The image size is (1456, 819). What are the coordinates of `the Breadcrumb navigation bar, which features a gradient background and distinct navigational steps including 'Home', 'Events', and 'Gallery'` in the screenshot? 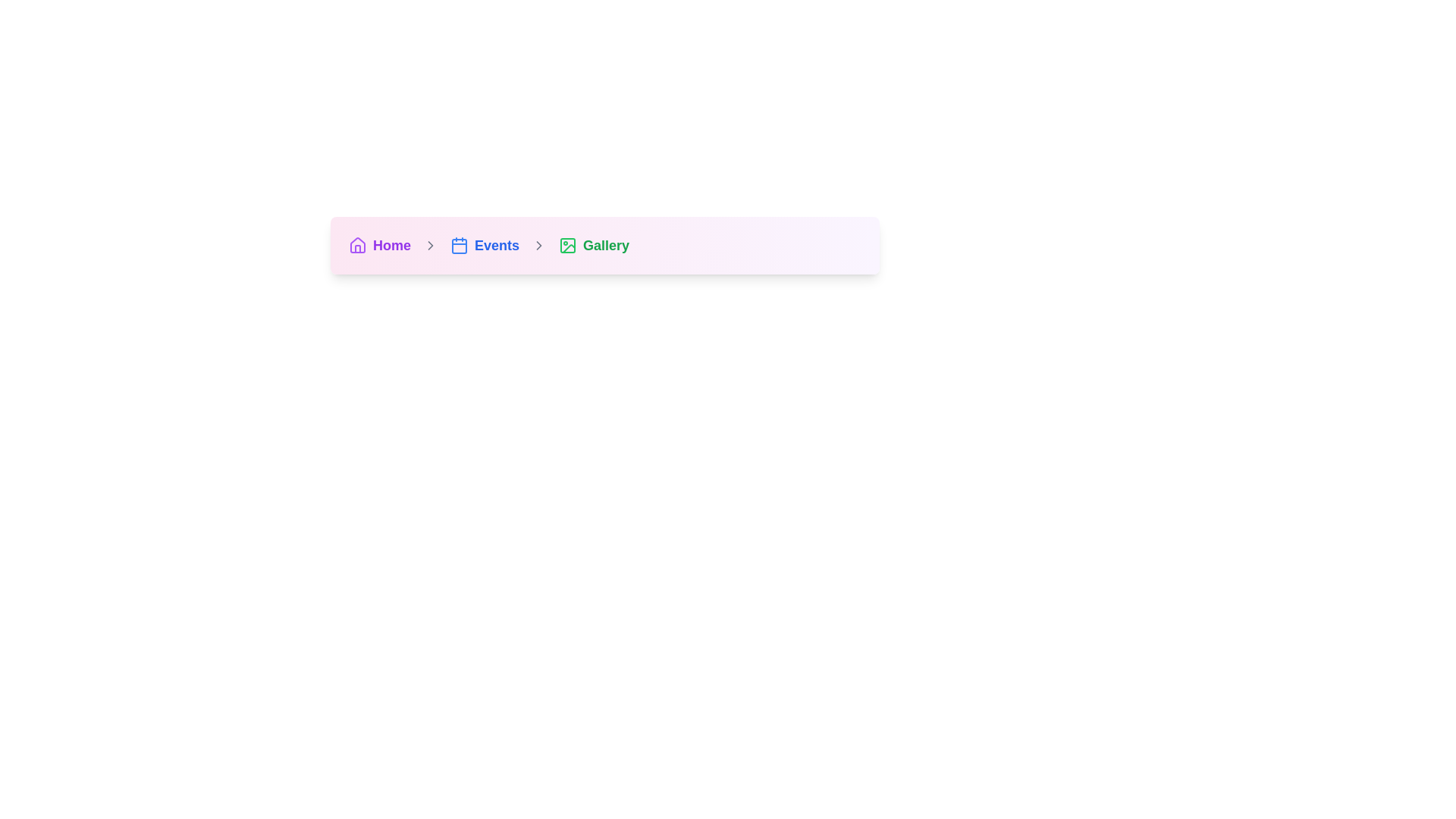 It's located at (604, 245).